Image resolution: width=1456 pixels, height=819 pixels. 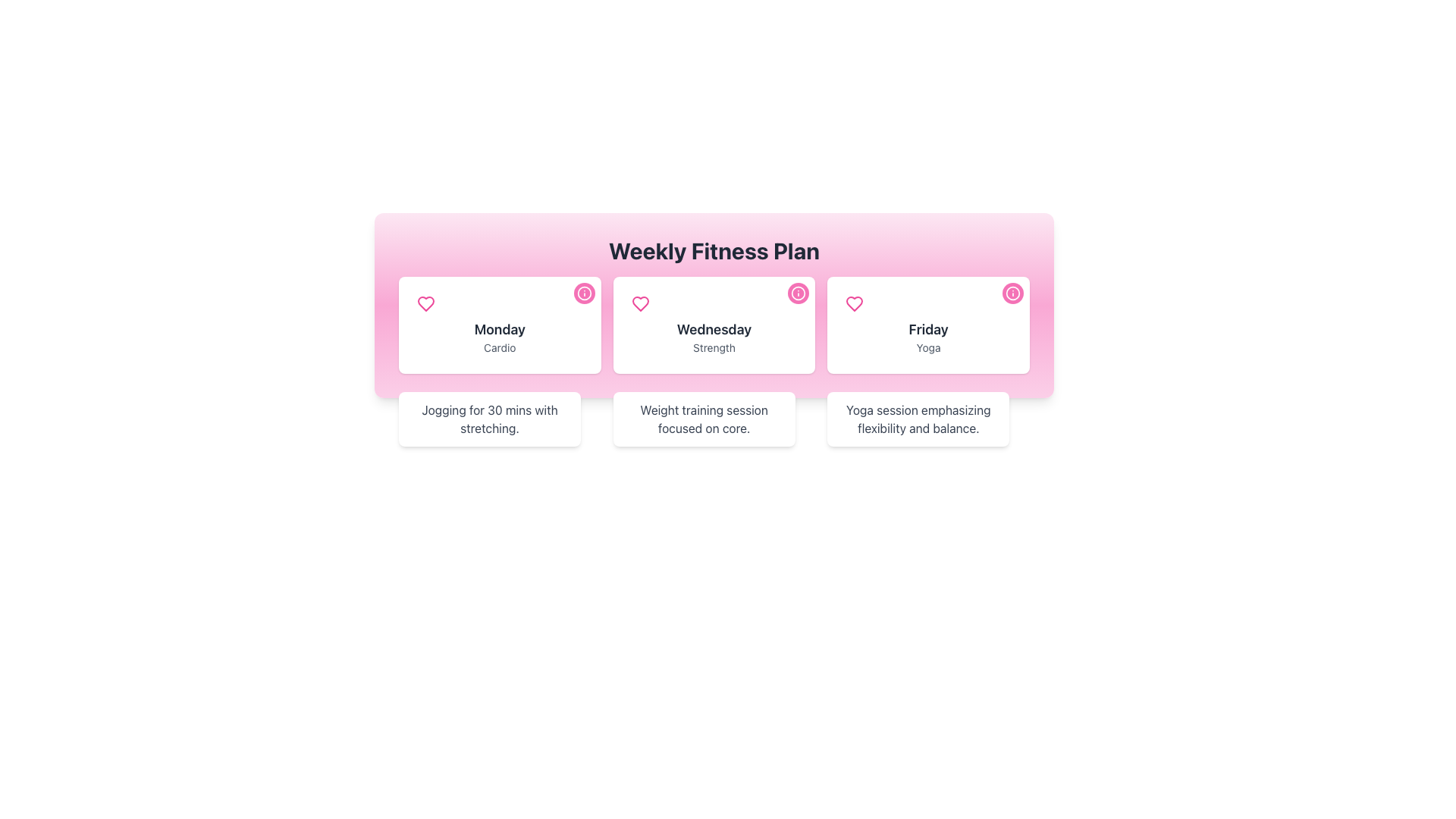 What do you see at coordinates (499, 324) in the screenshot?
I see `the cardio exercise card located below the 'Weekly Fitness Plan' heading, which is the first card in a grid of three cards` at bounding box center [499, 324].